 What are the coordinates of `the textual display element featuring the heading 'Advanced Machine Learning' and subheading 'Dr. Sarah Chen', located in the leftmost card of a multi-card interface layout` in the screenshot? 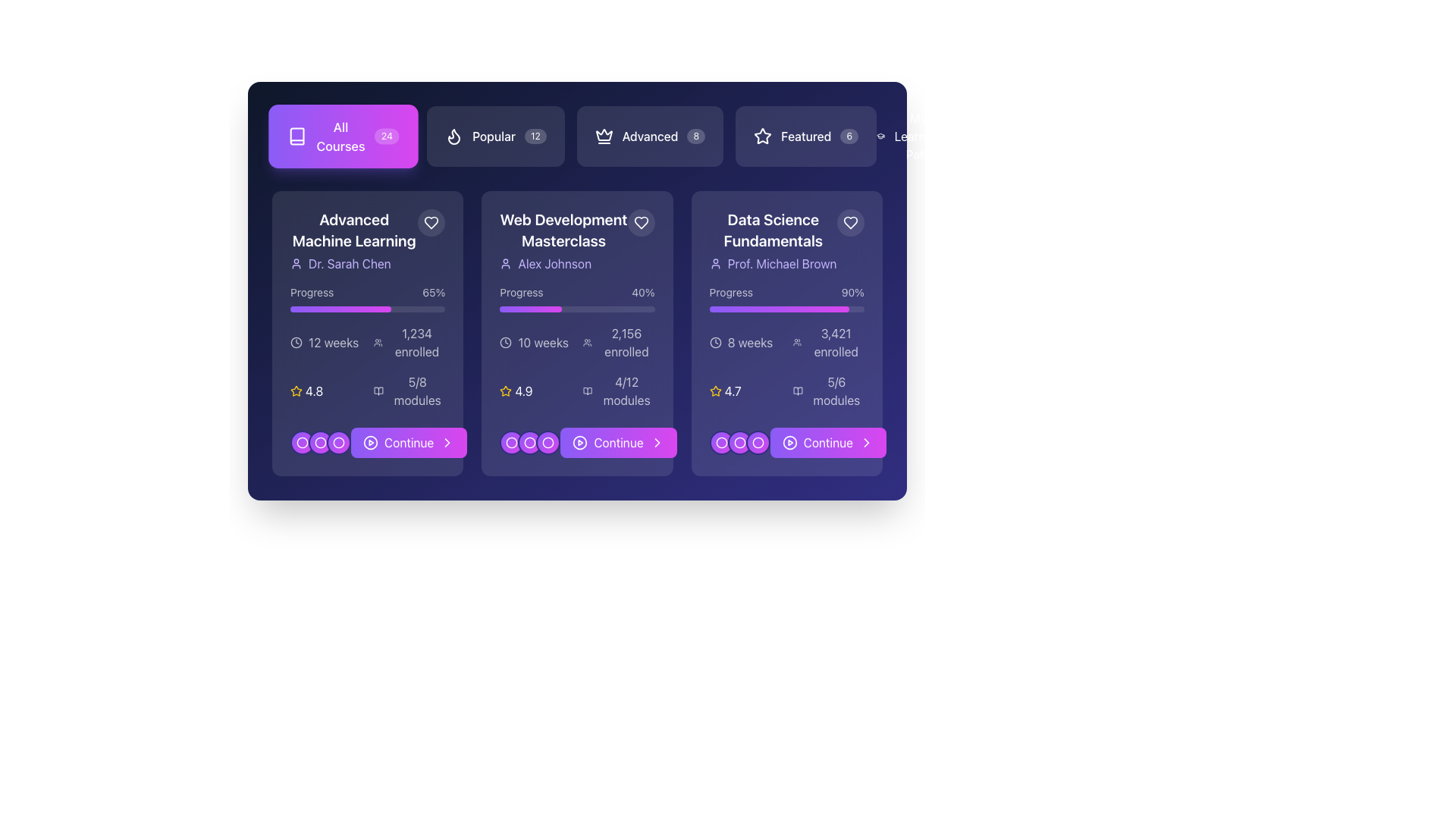 It's located at (353, 240).